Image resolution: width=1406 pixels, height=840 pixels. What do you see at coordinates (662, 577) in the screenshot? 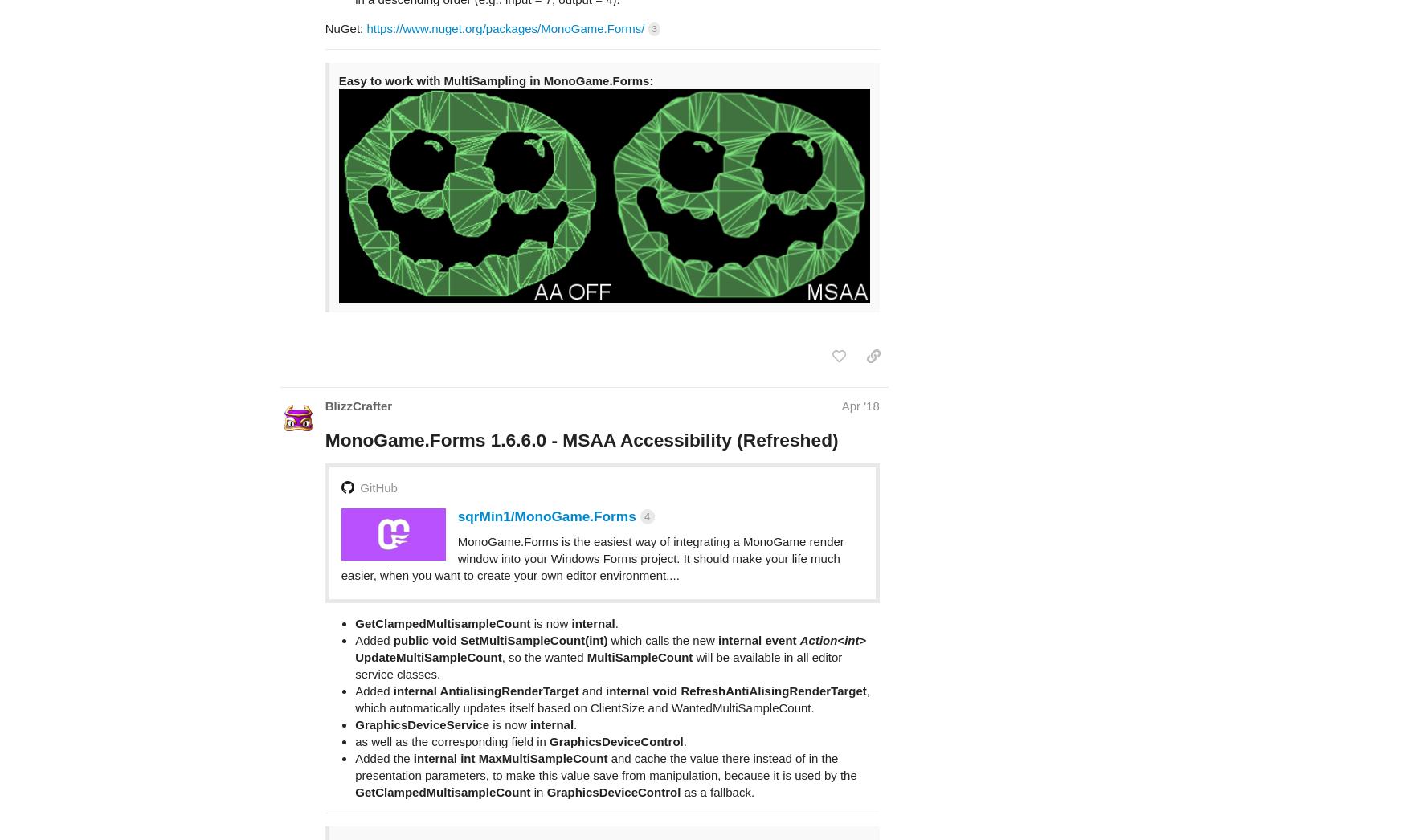
I see `'which calls the new'` at bounding box center [662, 577].